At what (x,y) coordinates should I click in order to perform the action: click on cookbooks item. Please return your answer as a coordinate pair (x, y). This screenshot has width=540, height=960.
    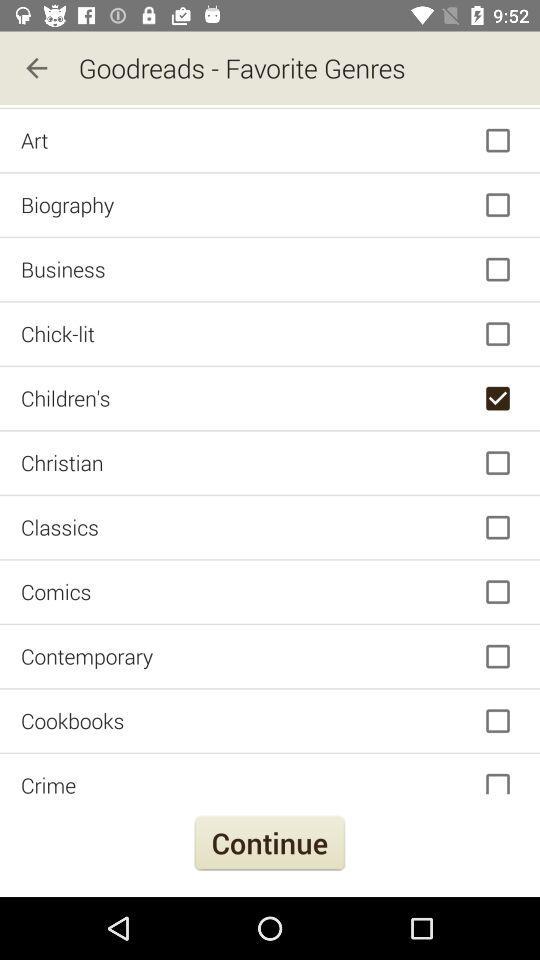
    Looking at the image, I should click on (270, 720).